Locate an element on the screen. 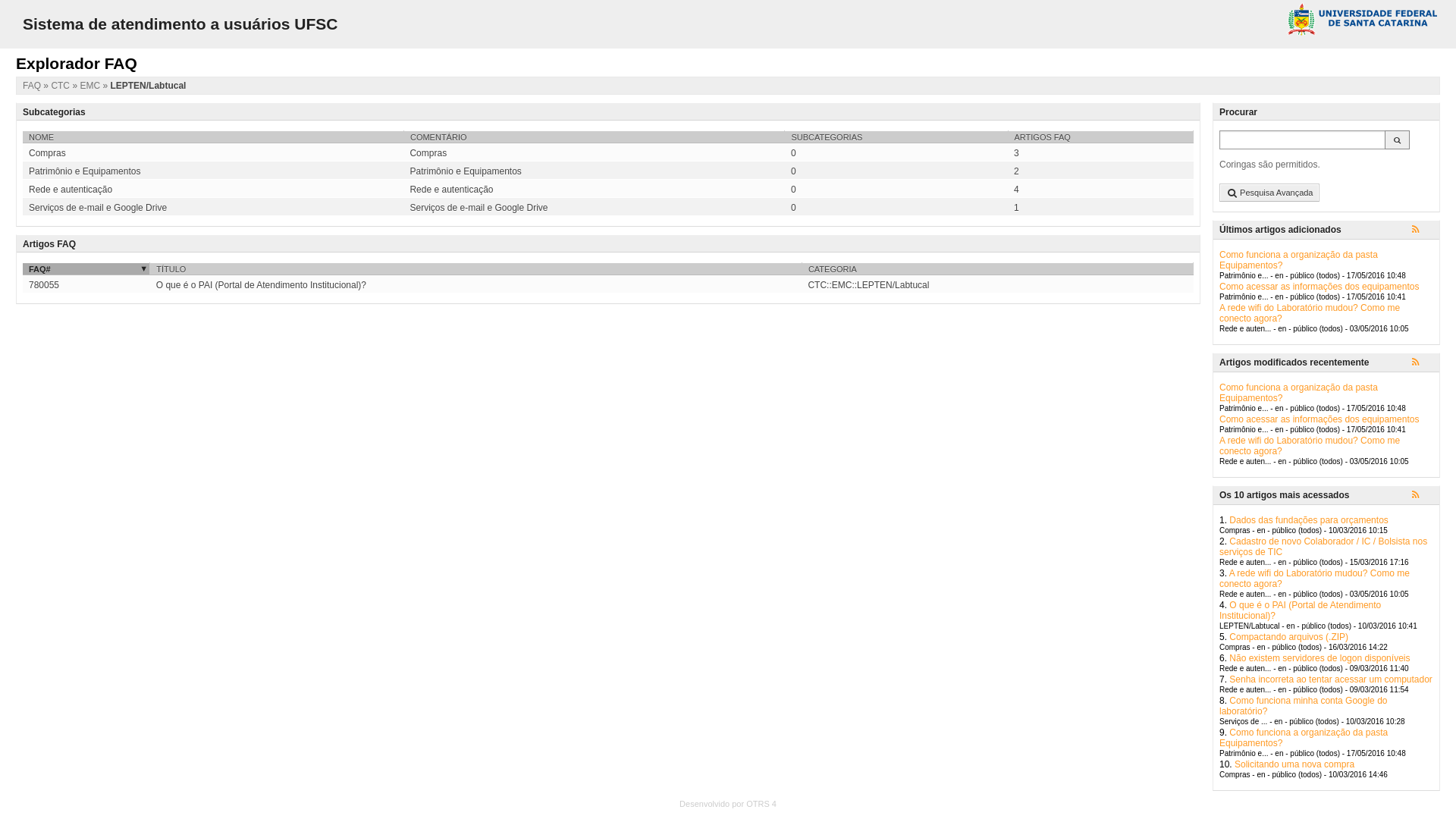 Image resolution: width=1456 pixels, height=819 pixels. 'EMC' is located at coordinates (90, 85).